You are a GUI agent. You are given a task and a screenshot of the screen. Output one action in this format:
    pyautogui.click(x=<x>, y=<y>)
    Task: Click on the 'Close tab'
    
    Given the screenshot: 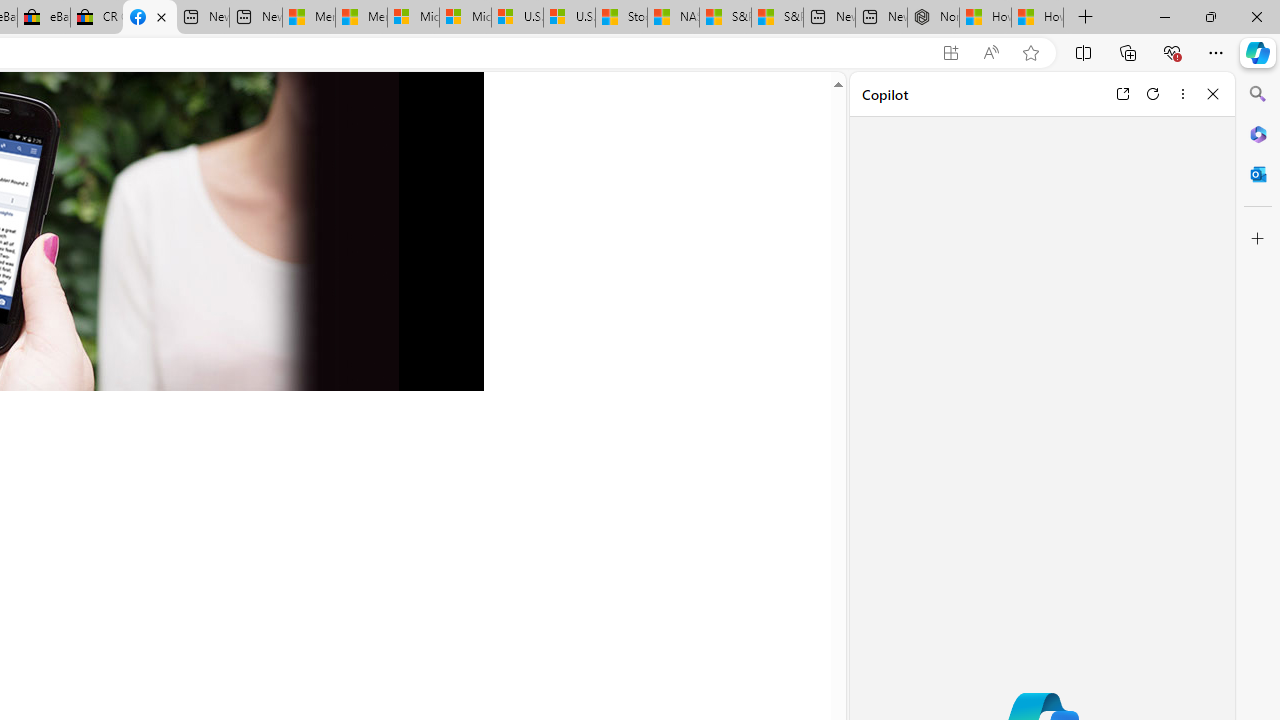 What is the action you would take?
    pyautogui.click(x=161, y=17)
    